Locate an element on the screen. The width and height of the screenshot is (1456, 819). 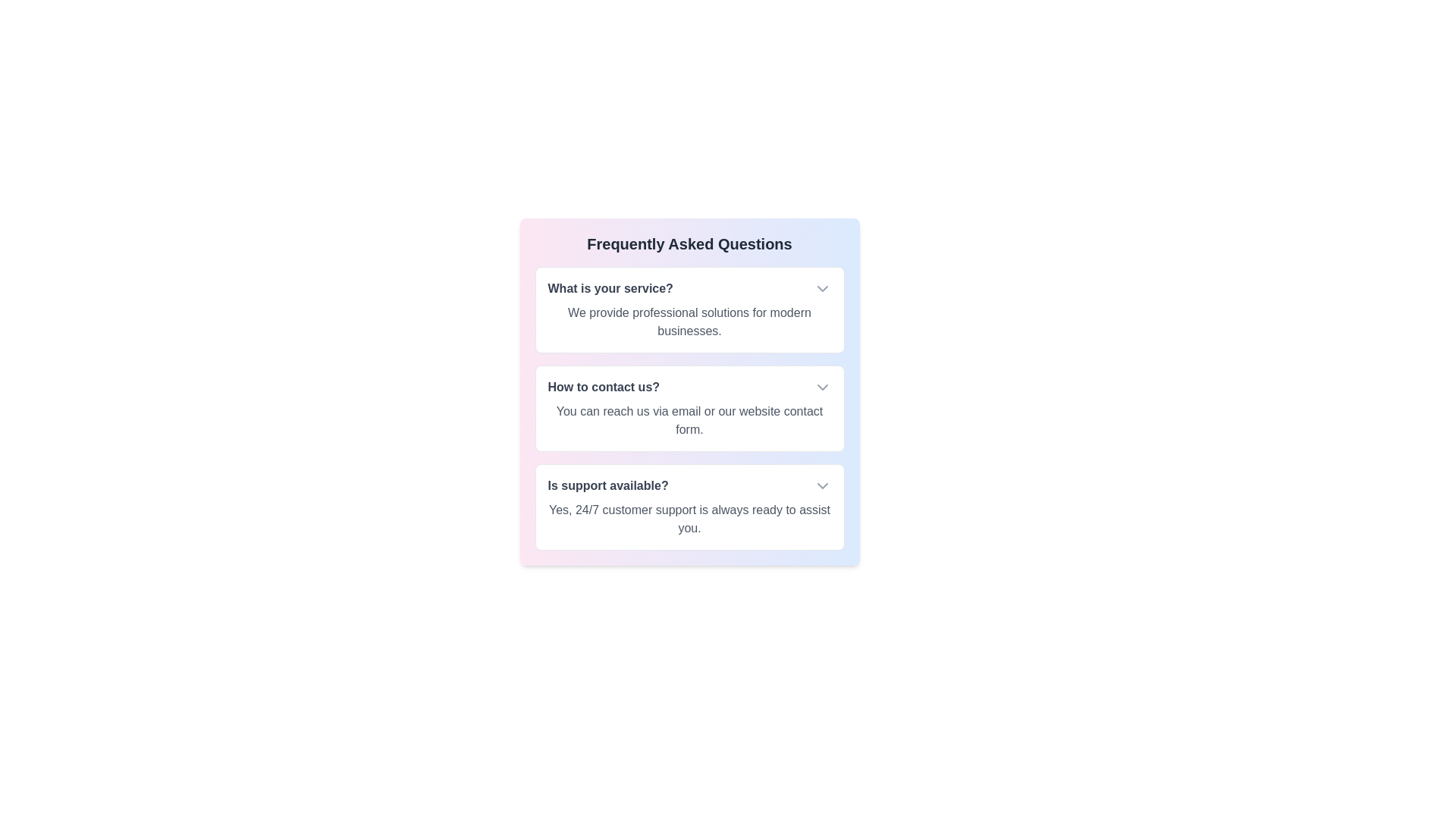
the dropdown icon to toggle the visibility of the answer for Is support available? is located at coordinates (821, 485).